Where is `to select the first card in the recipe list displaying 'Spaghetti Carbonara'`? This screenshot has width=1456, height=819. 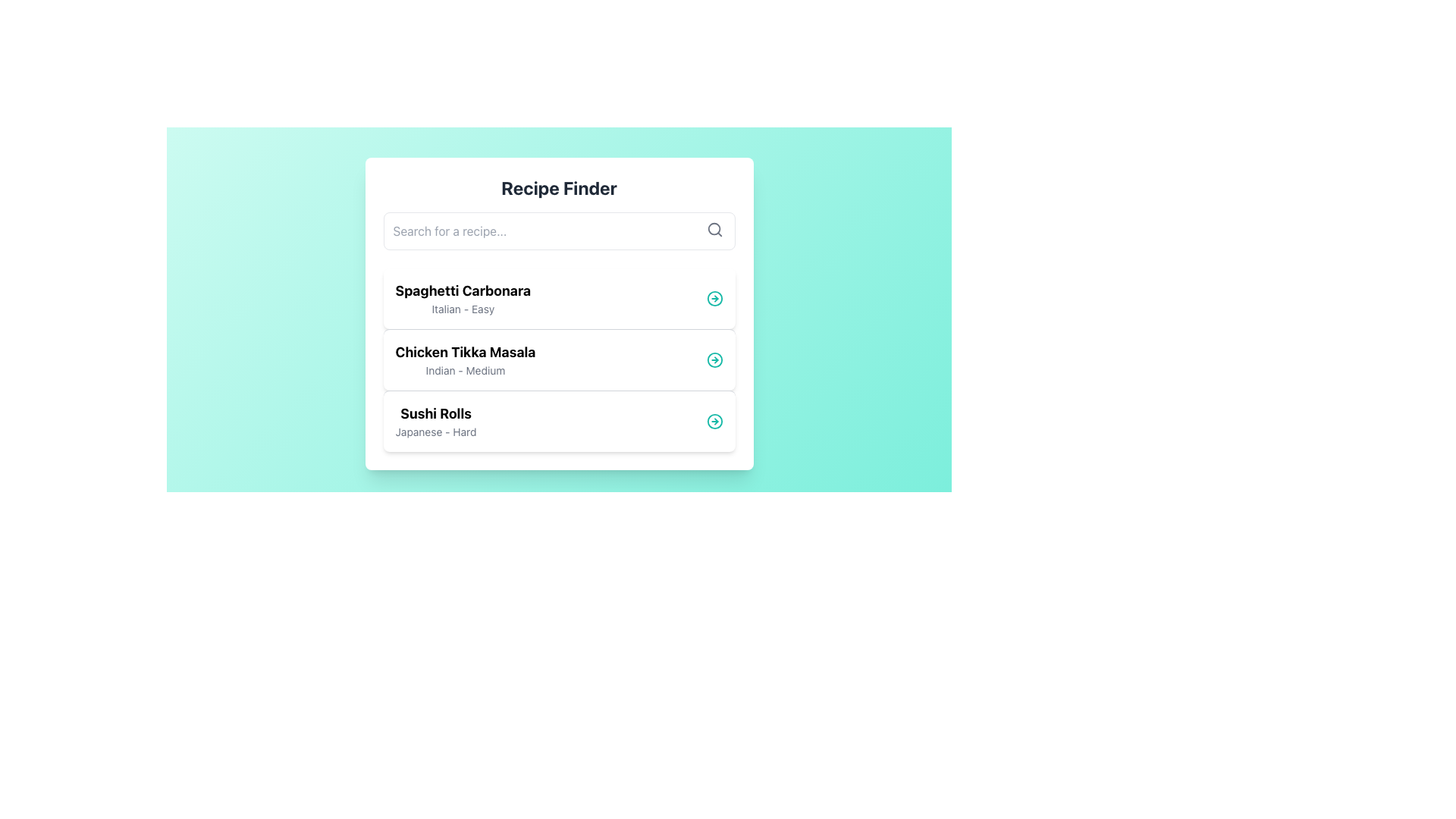 to select the first card in the recipe list displaying 'Spaghetti Carbonara' is located at coordinates (558, 298).